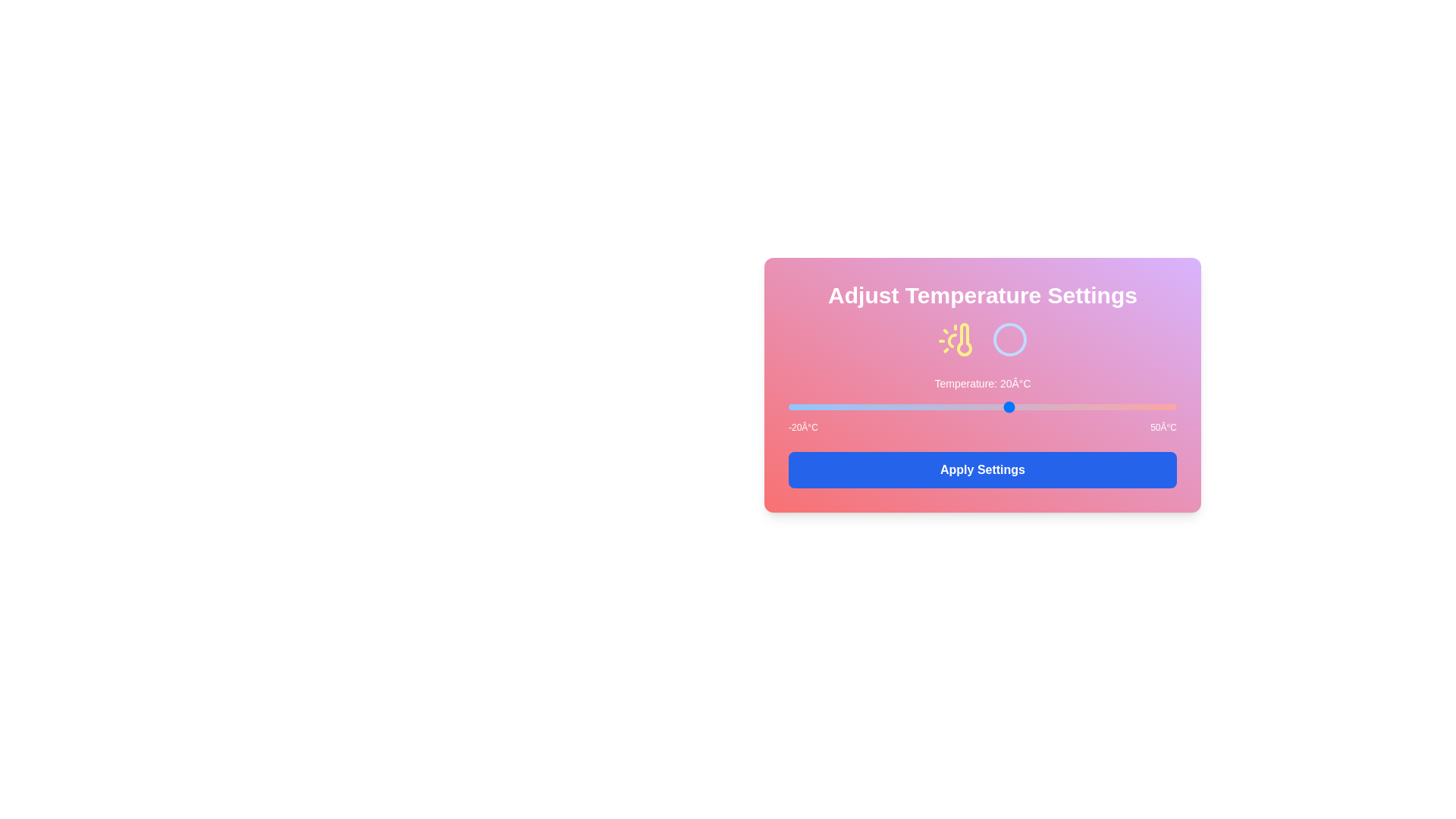  Describe the element at coordinates (983, 469) in the screenshot. I see `'Apply Settings' button` at that location.